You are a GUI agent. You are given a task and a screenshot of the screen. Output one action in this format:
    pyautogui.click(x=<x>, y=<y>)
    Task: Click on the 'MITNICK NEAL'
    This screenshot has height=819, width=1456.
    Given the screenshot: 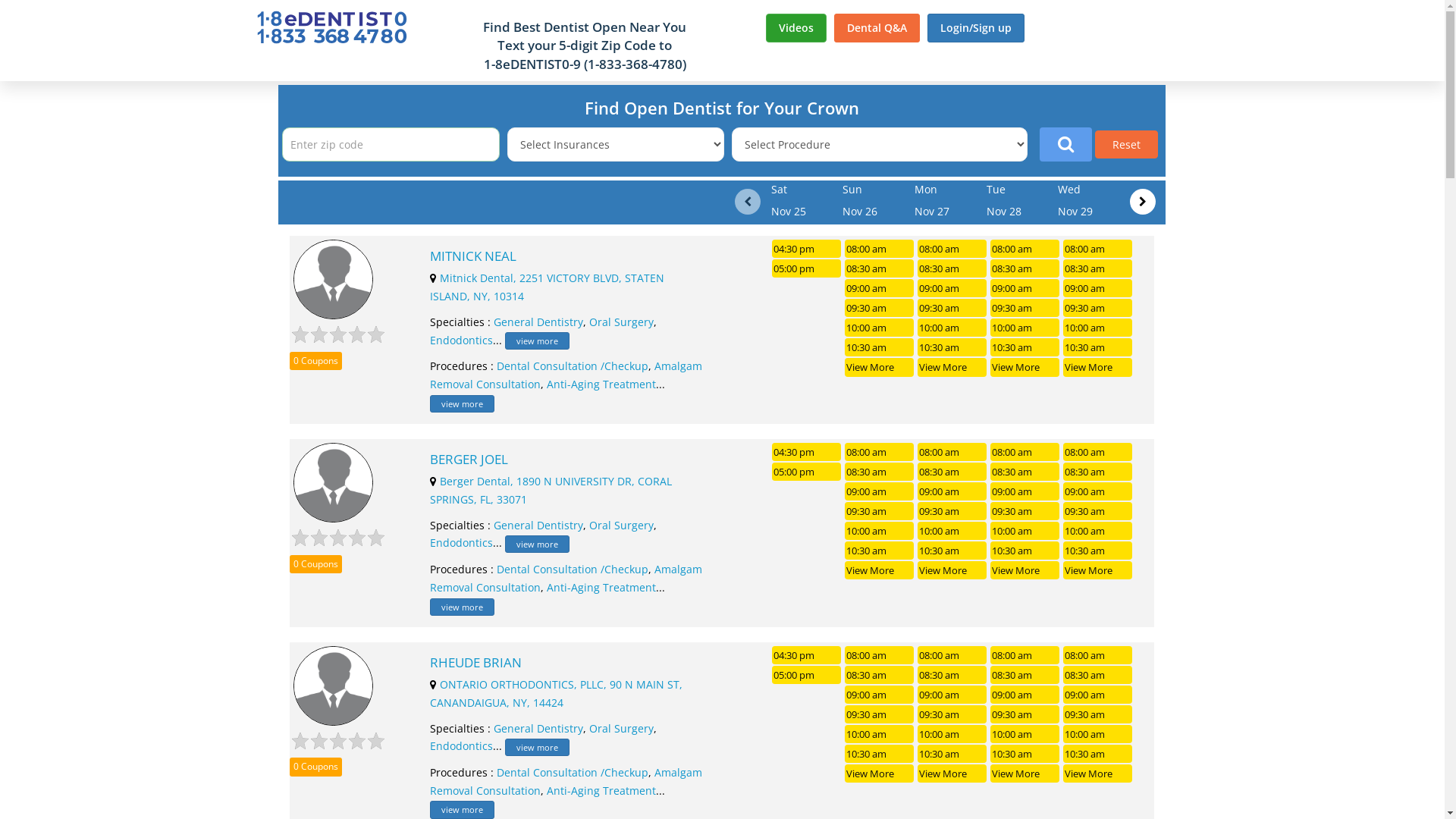 What is the action you would take?
    pyautogui.click(x=428, y=256)
    